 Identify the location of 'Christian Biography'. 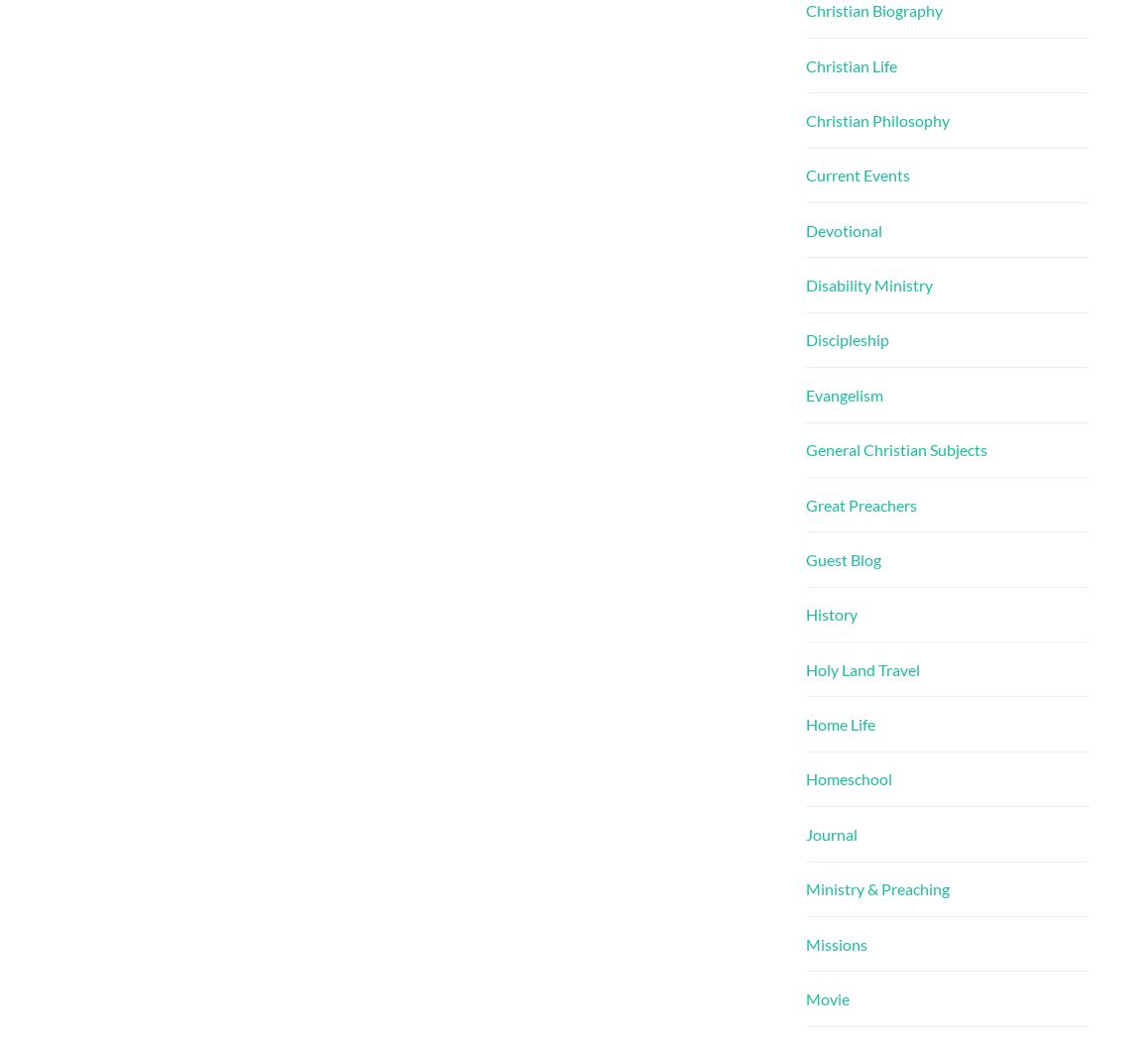
(874, 10).